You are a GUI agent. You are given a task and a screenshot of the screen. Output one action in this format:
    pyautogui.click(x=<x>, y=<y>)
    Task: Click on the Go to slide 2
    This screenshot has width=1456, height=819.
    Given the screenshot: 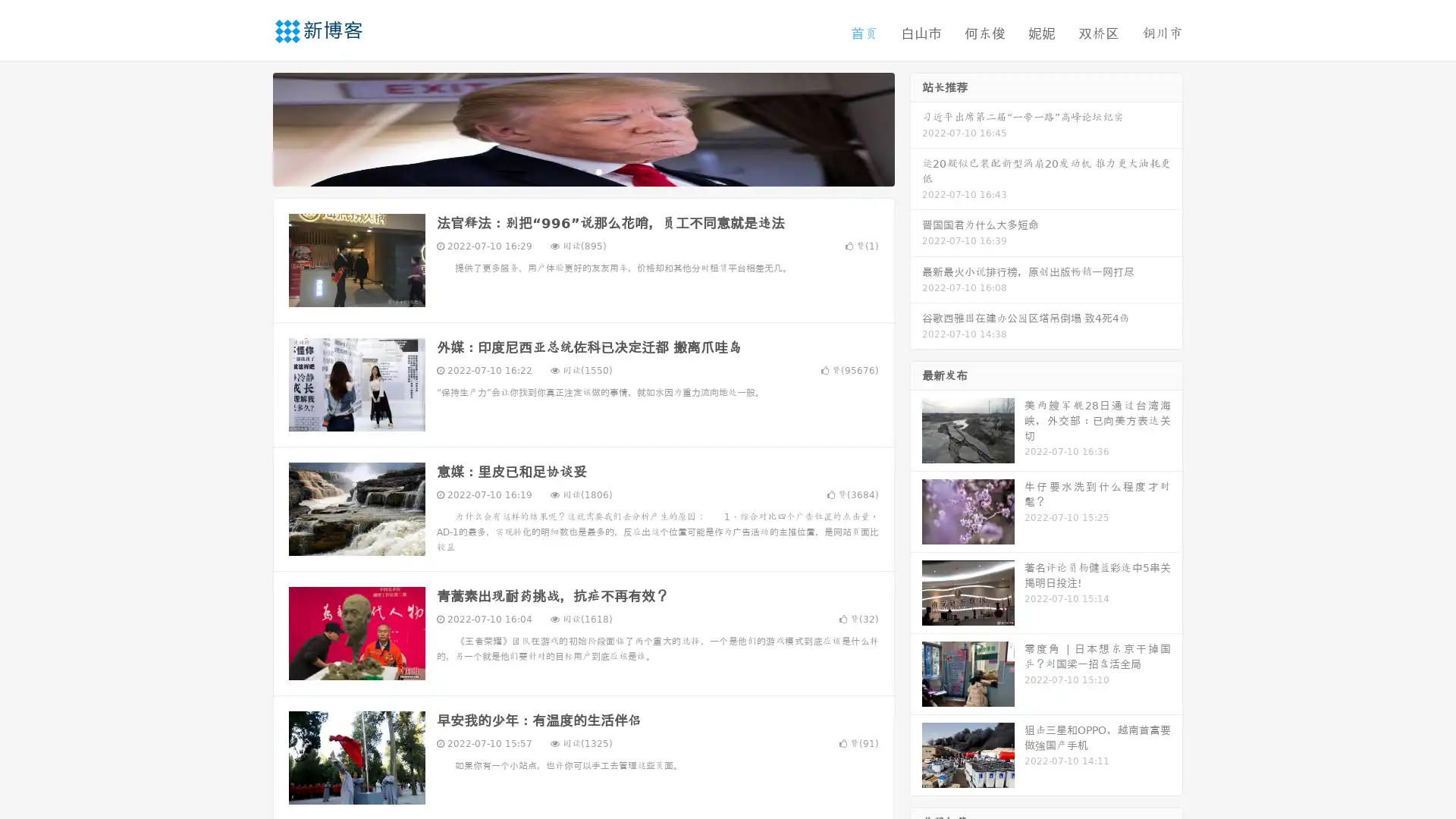 What is the action you would take?
    pyautogui.click(x=582, y=171)
    